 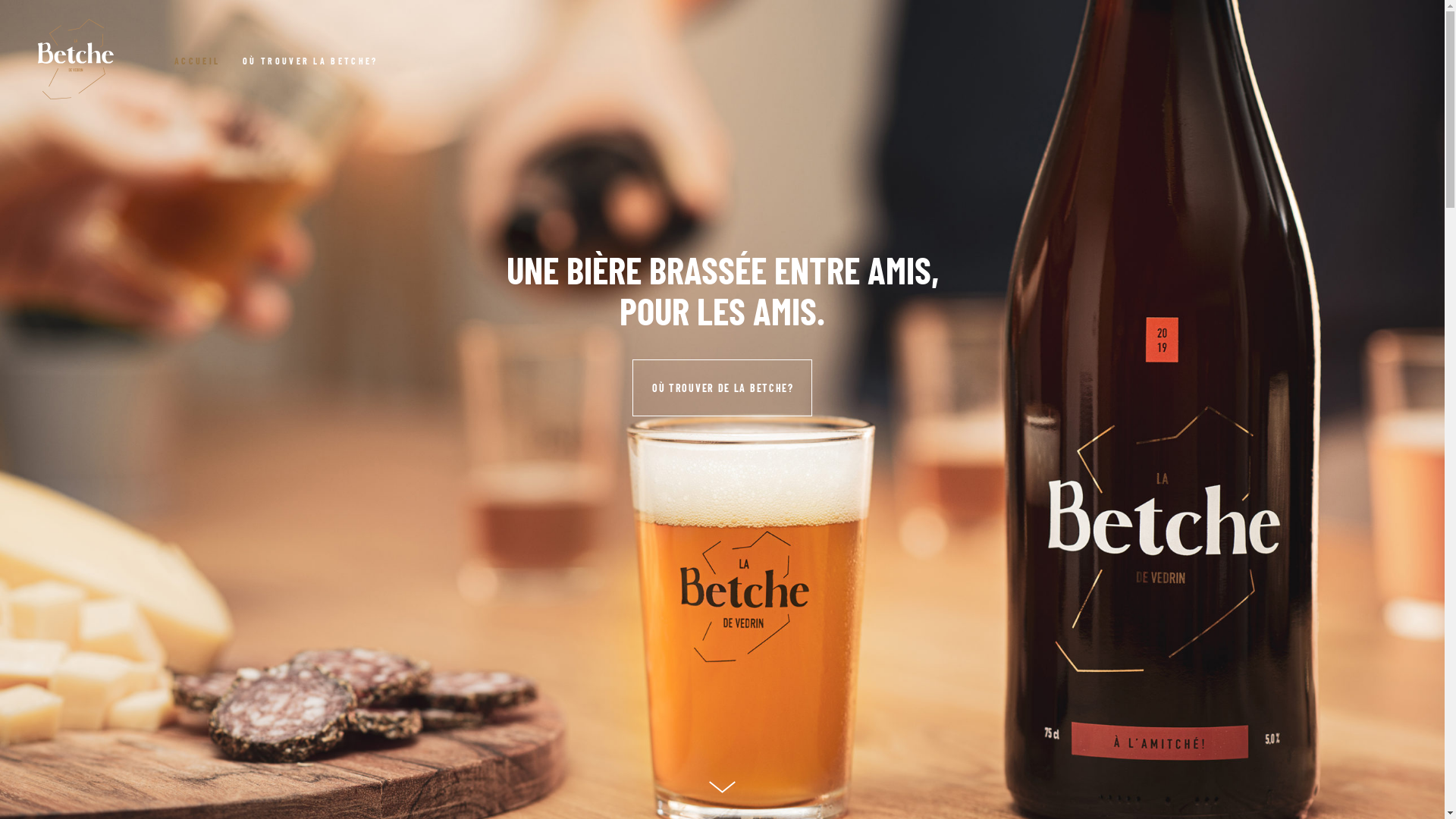 I want to click on 'ACCUEIL', so click(x=174, y=58).